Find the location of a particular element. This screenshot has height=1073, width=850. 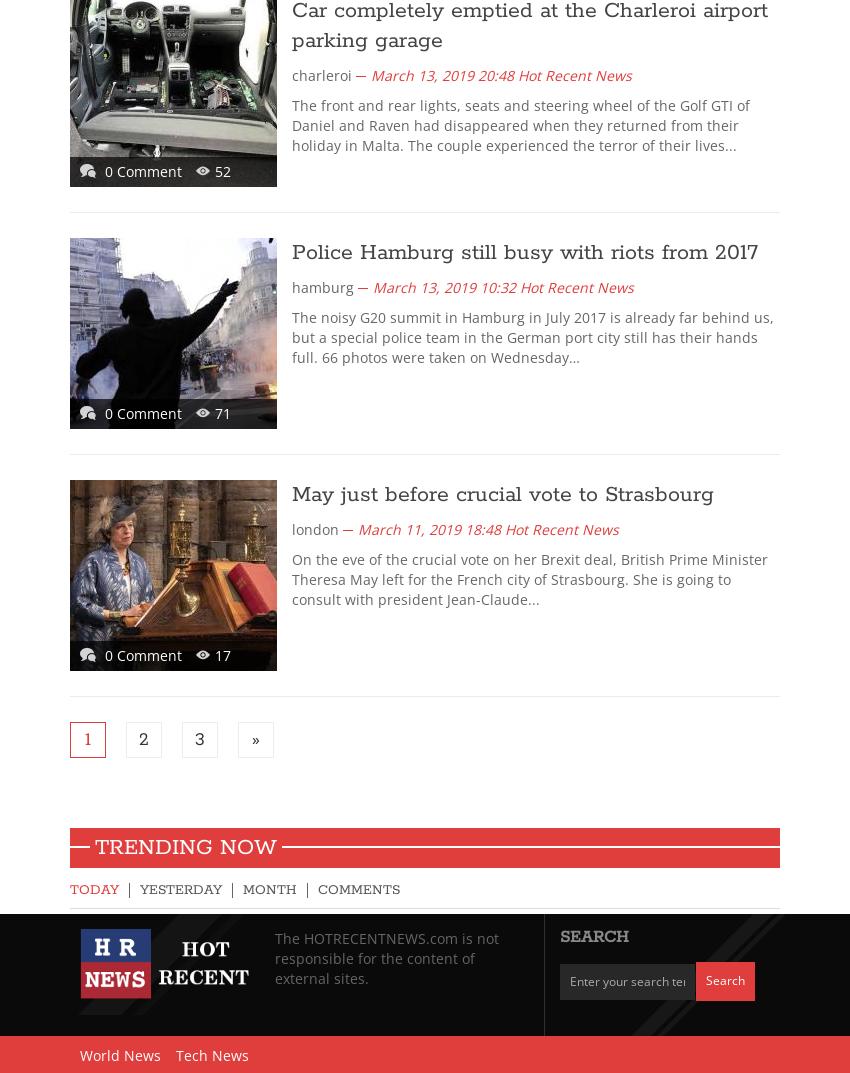

'2' is located at coordinates (138, 739).